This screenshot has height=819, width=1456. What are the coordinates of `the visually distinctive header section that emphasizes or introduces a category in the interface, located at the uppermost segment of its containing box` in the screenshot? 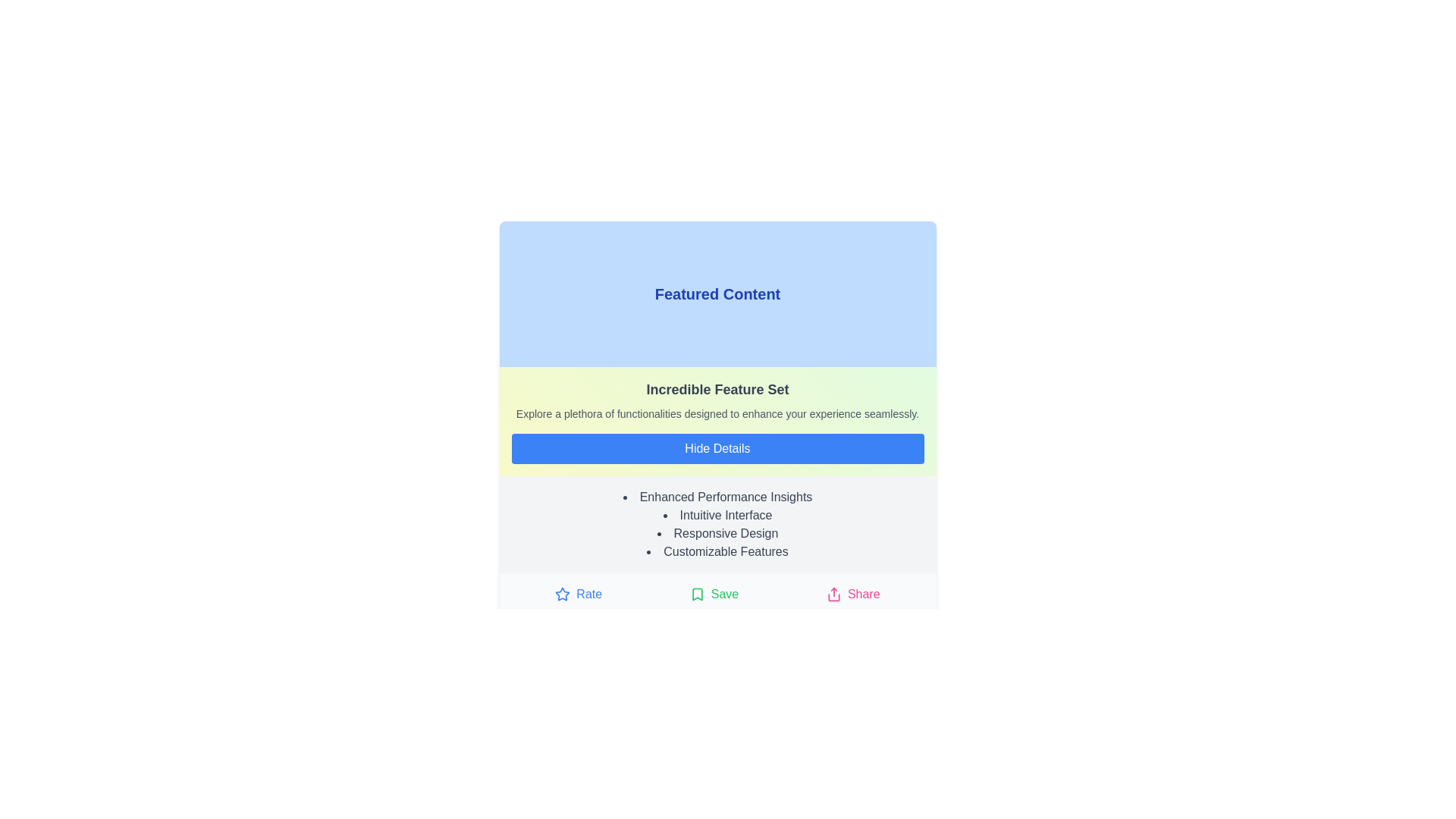 It's located at (717, 294).